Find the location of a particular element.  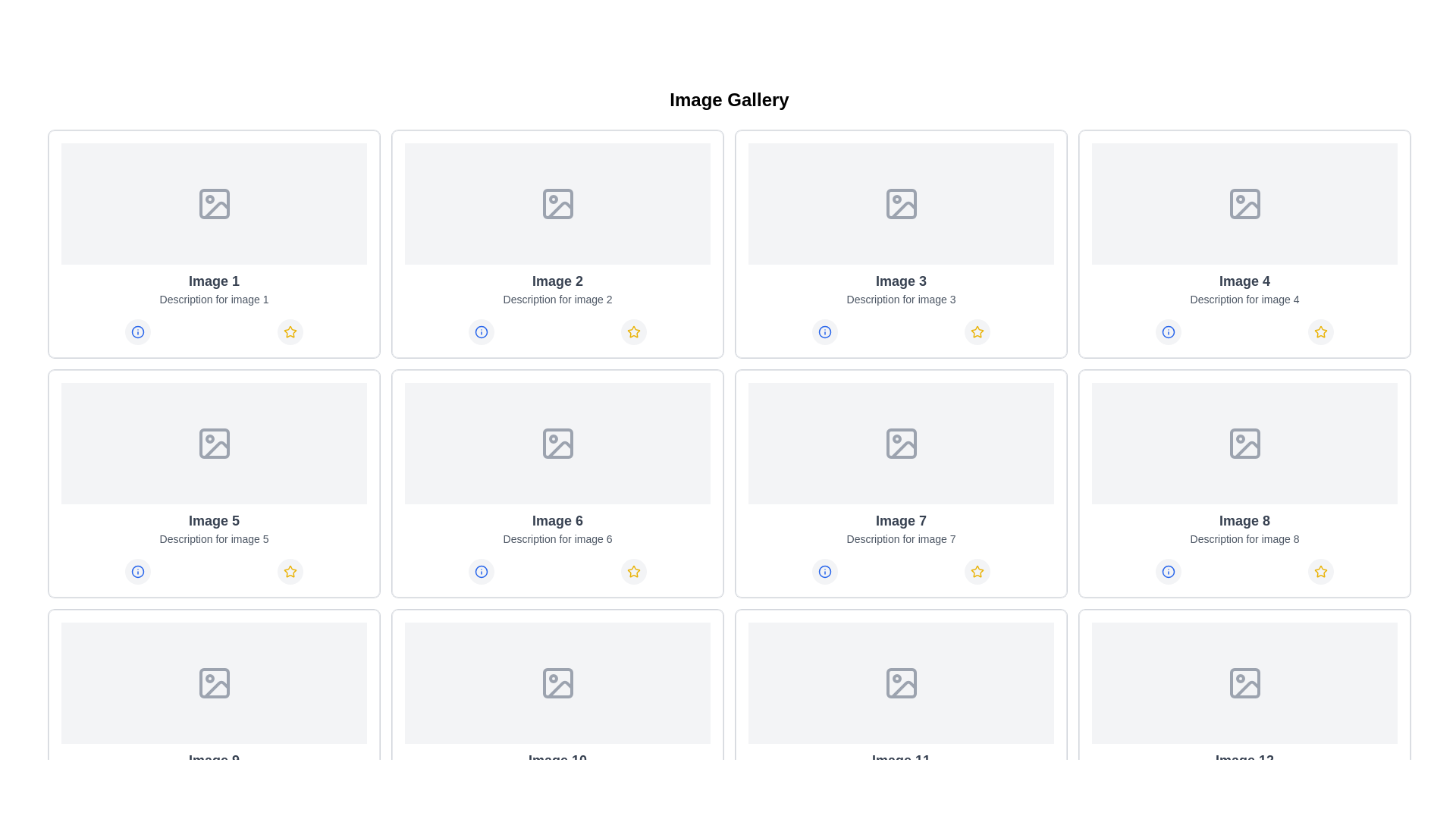

the graphical icon resembling a tilted photograph located in the fifth image card of the gallery layout, near the top-right corner is located at coordinates (215, 449).